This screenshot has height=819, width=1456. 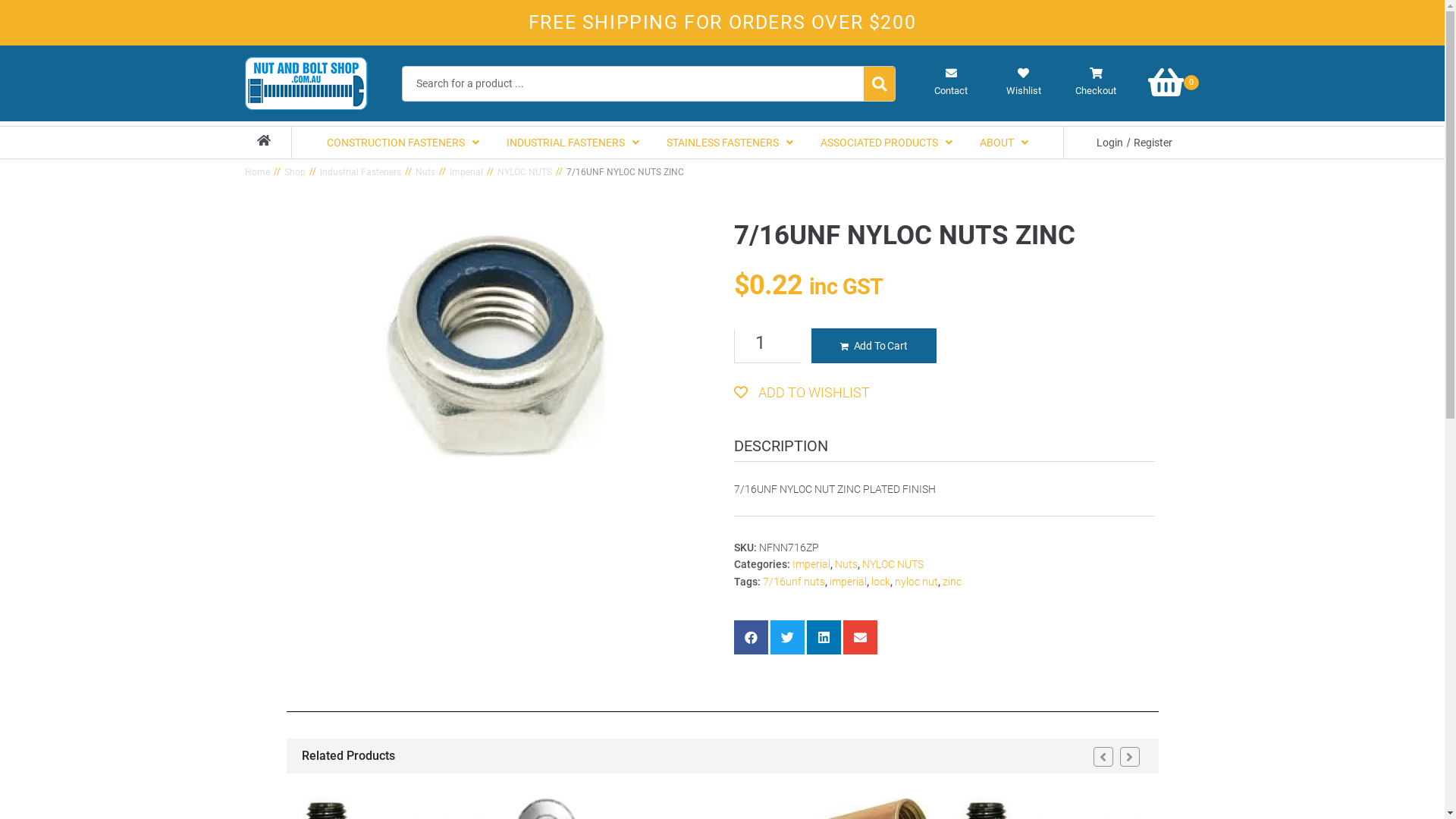 What do you see at coordinates (1153, 143) in the screenshot?
I see `'Register'` at bounding box center [1153, 143].